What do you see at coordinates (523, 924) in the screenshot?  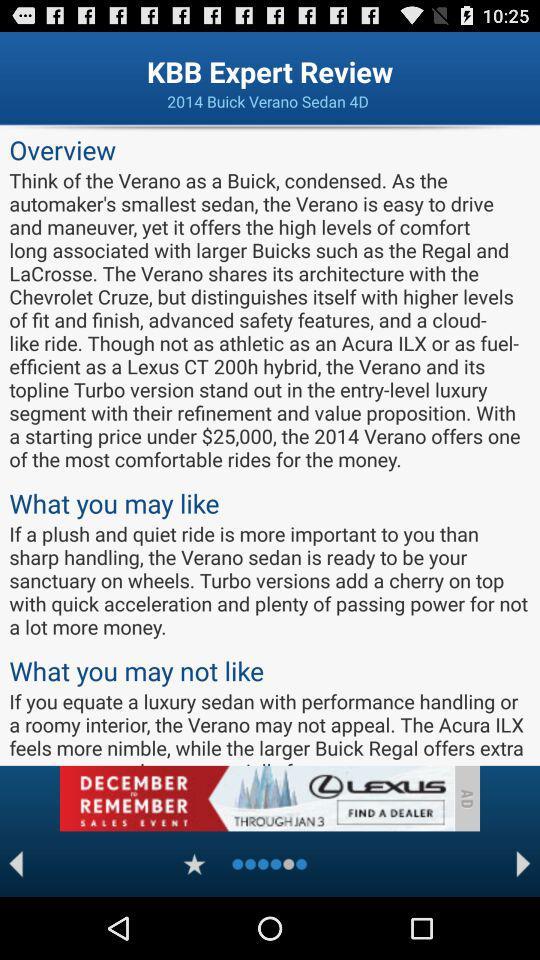 I see `the play icon` at bounding box center [523, 924].